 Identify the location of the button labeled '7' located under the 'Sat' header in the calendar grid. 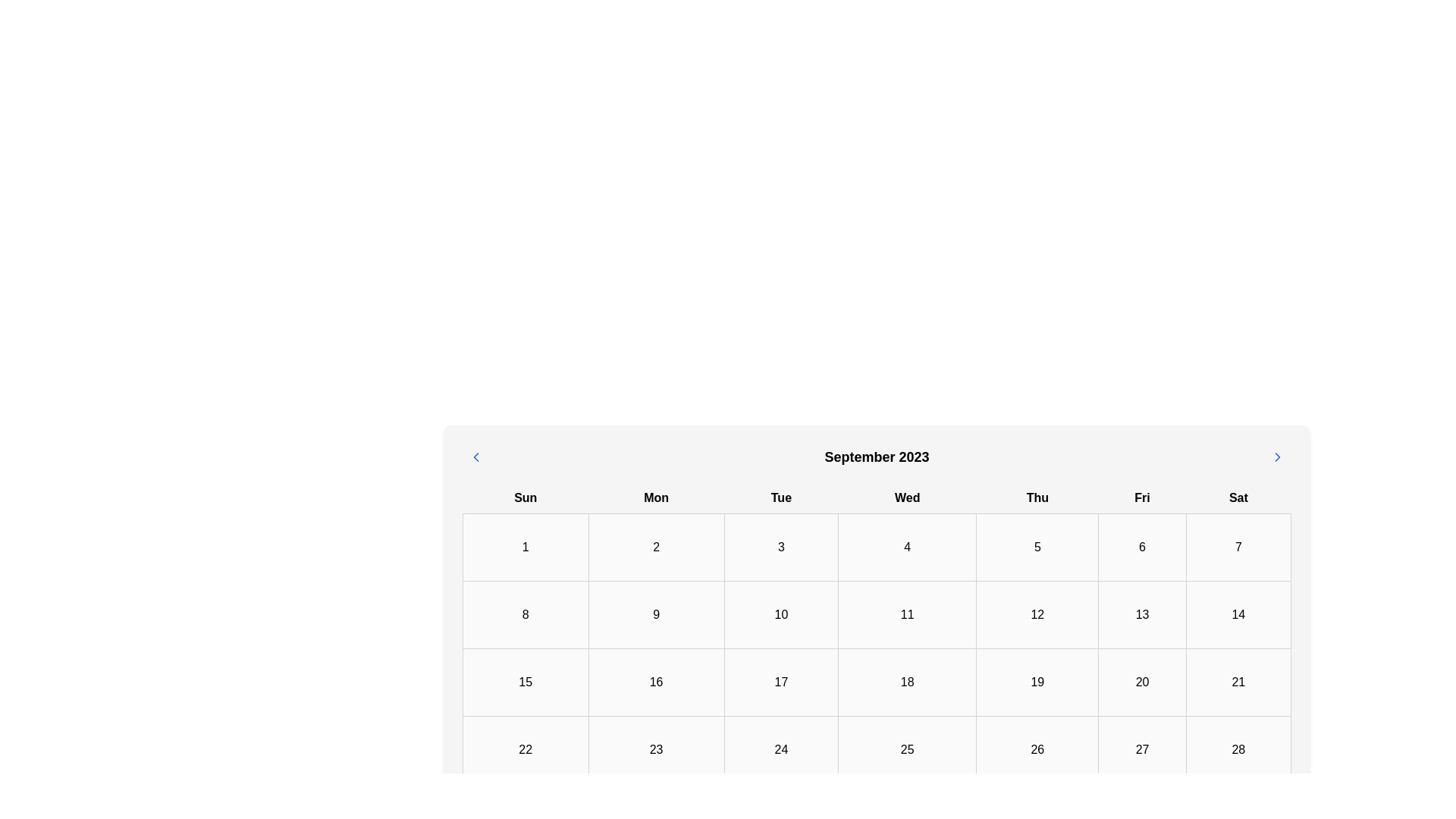
(1238, 547).